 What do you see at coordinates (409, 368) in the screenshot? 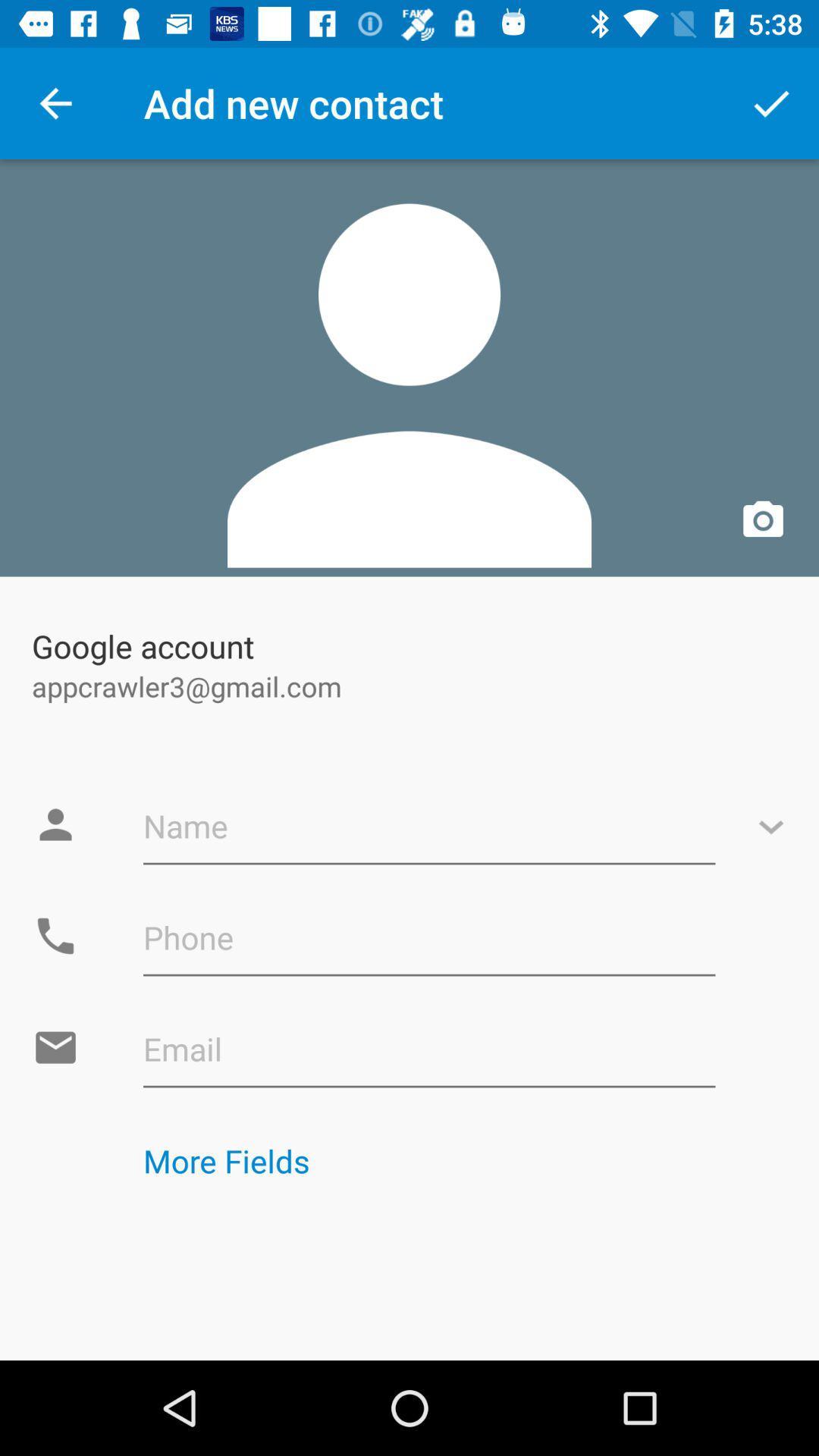
I see `app above google account icon` at bounding box center [409, 368].